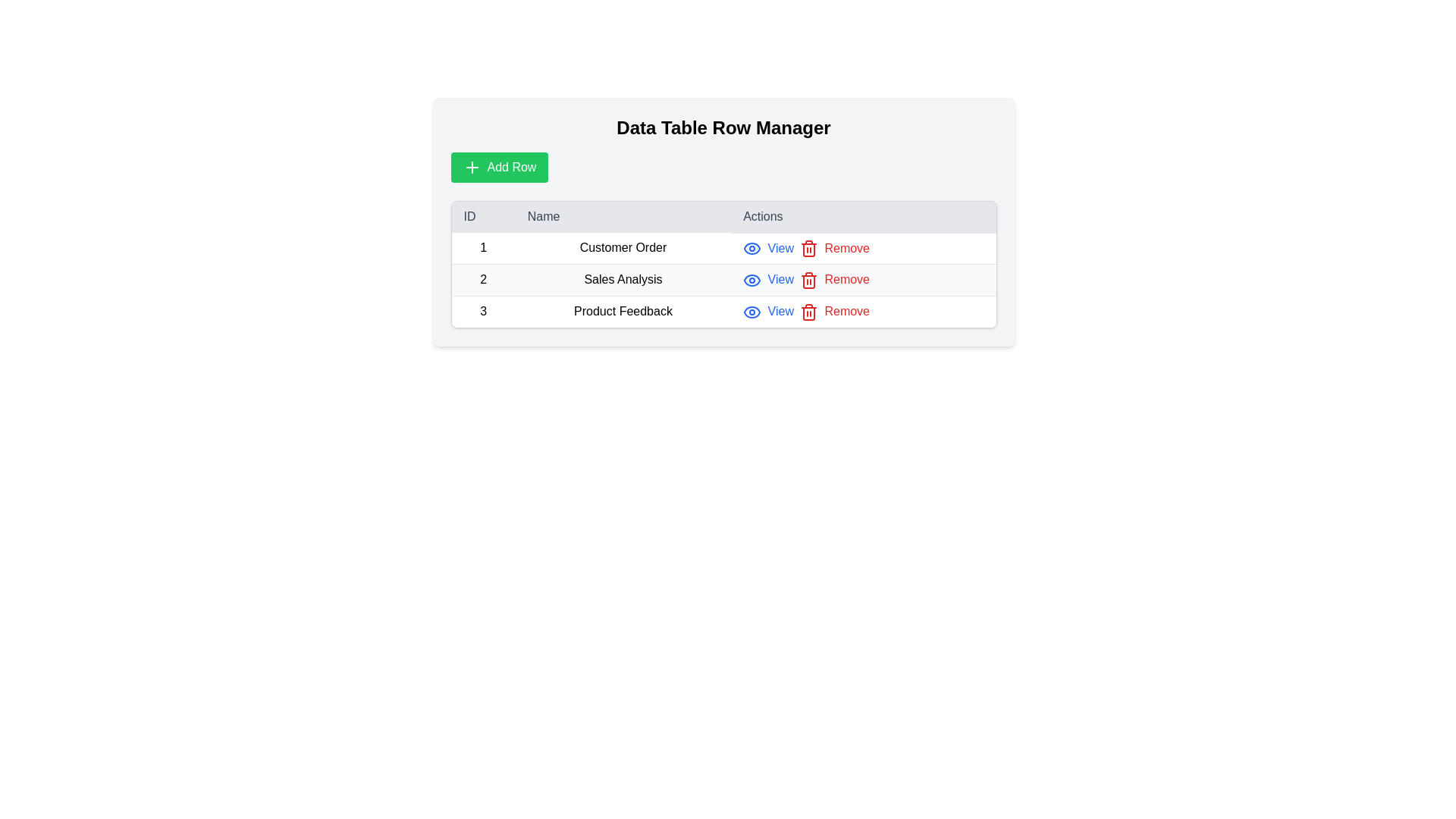  What do you see at coordinates (752, 248) in the screenshot?
I see `the eye icon in the first row of the actions column` at bounding box center [752, 248].